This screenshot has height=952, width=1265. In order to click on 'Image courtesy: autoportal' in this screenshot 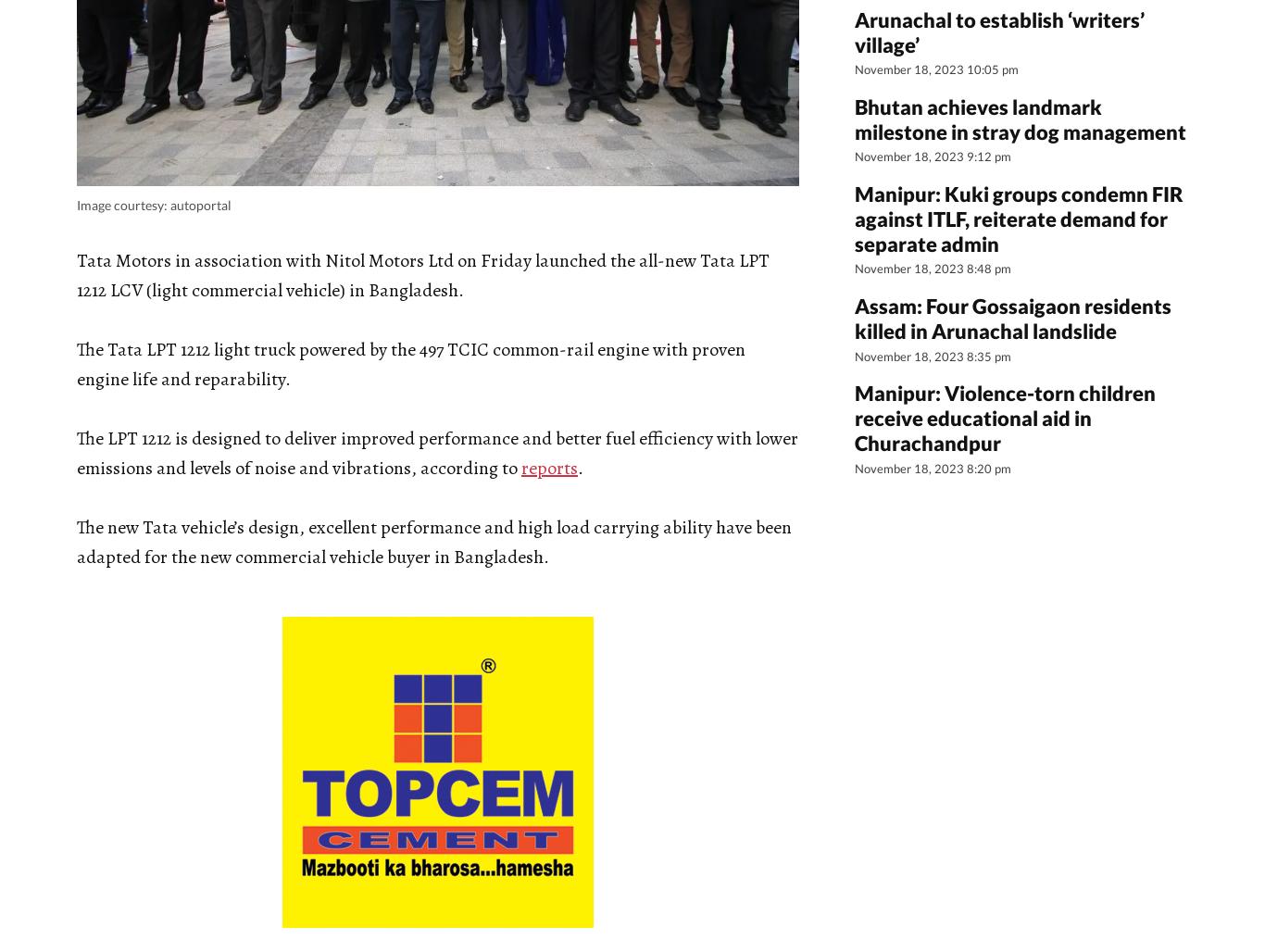, I will do `click(153, 204)`.